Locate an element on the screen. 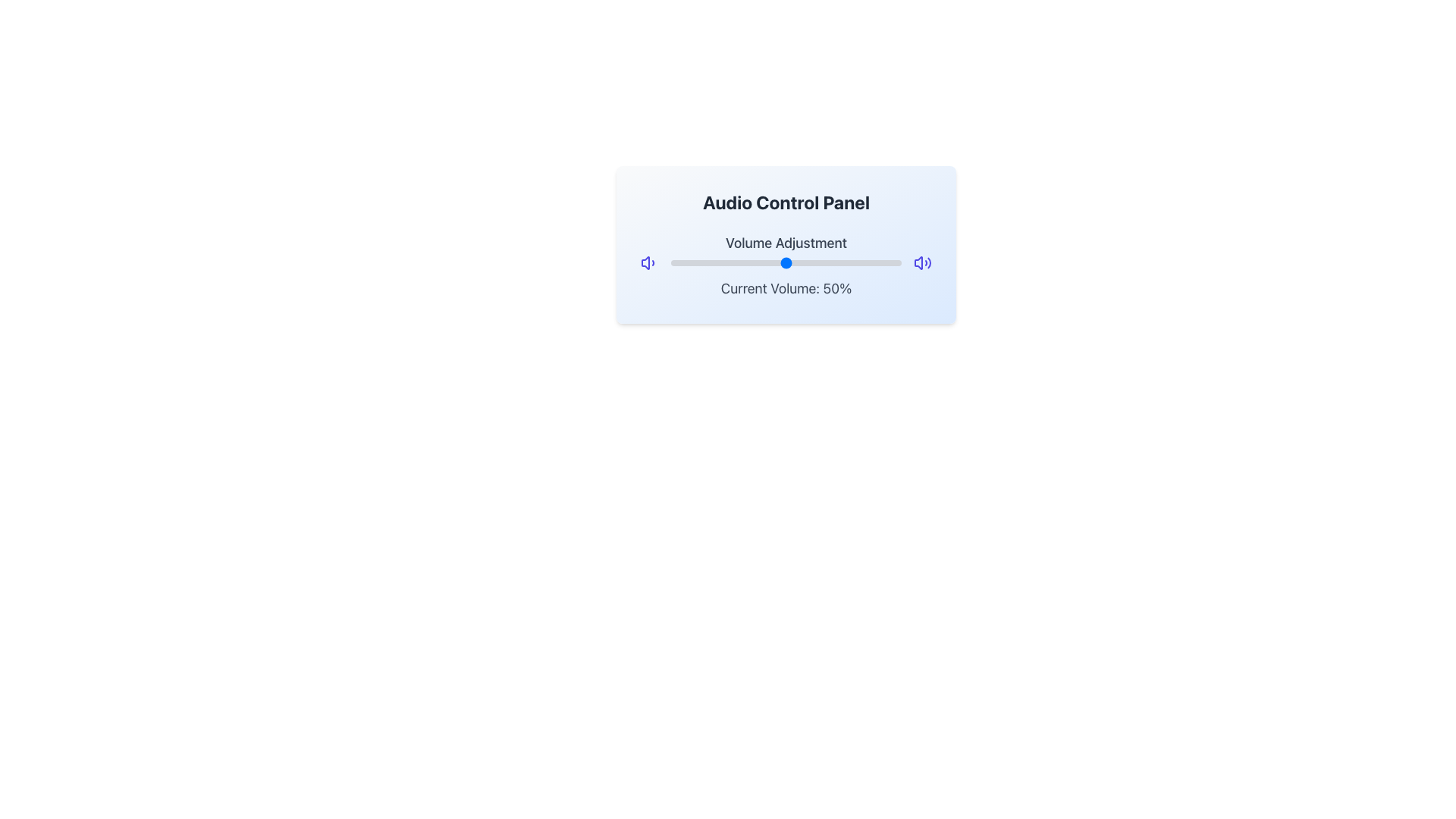  the volume is located at coordinates (670, 259).